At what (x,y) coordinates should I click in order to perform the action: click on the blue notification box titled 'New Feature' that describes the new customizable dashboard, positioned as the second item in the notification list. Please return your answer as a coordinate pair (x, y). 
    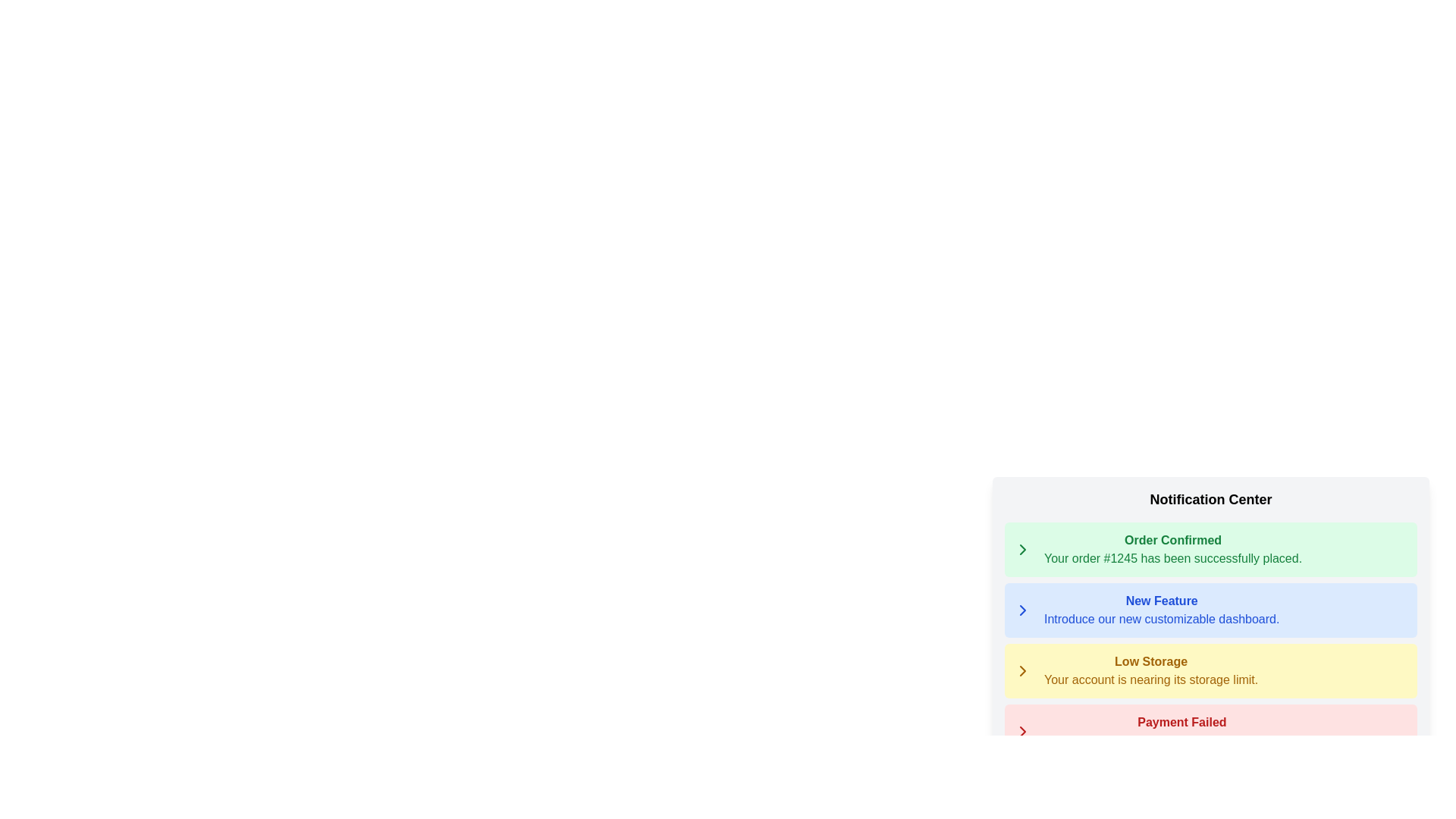
    Looking at the image, I should click on (1210, 610).